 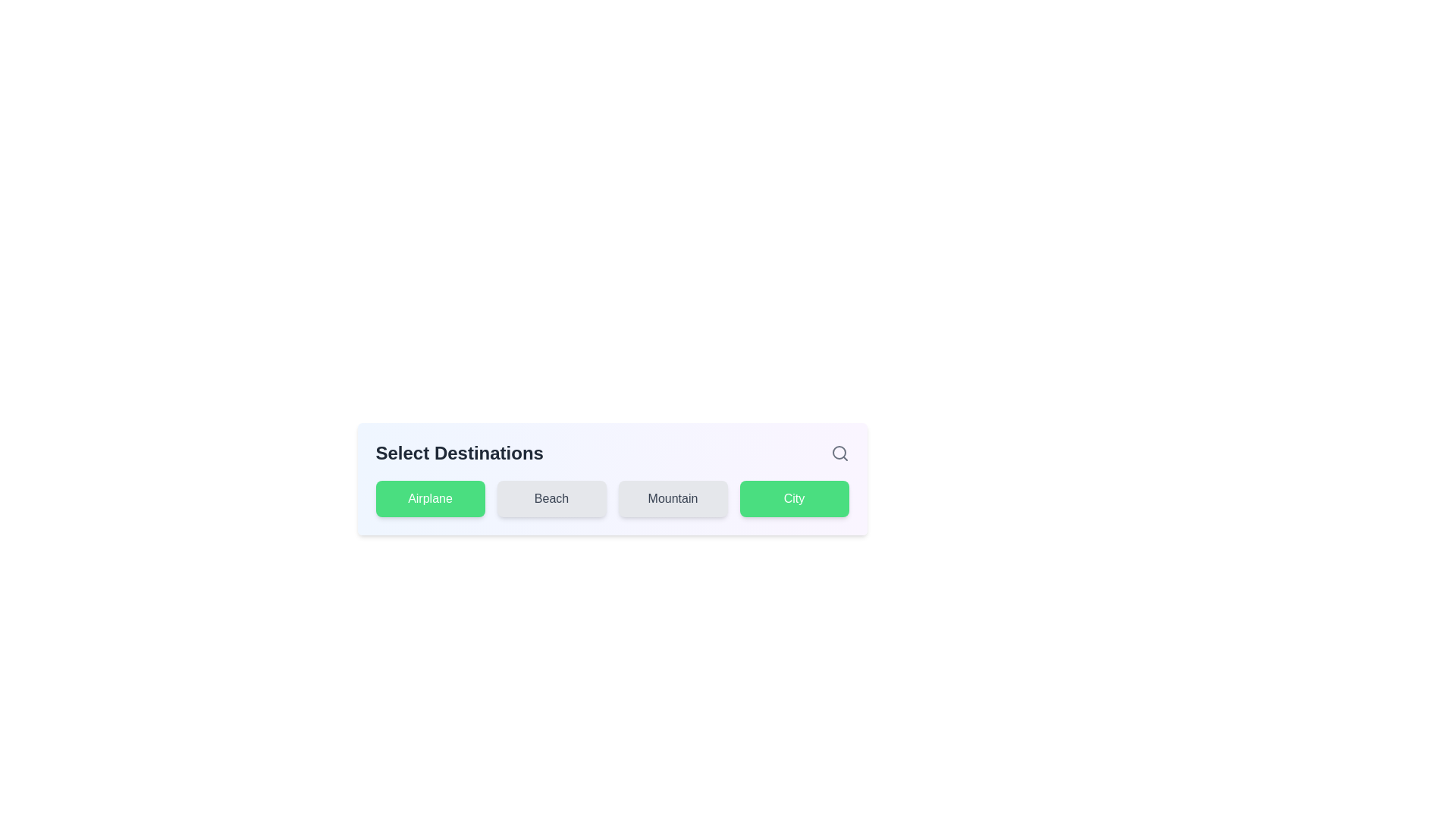 What do you see at coordinates (672, 499) in the screenshot?
I see `the item Mountain` at bounding box center [672, 499].